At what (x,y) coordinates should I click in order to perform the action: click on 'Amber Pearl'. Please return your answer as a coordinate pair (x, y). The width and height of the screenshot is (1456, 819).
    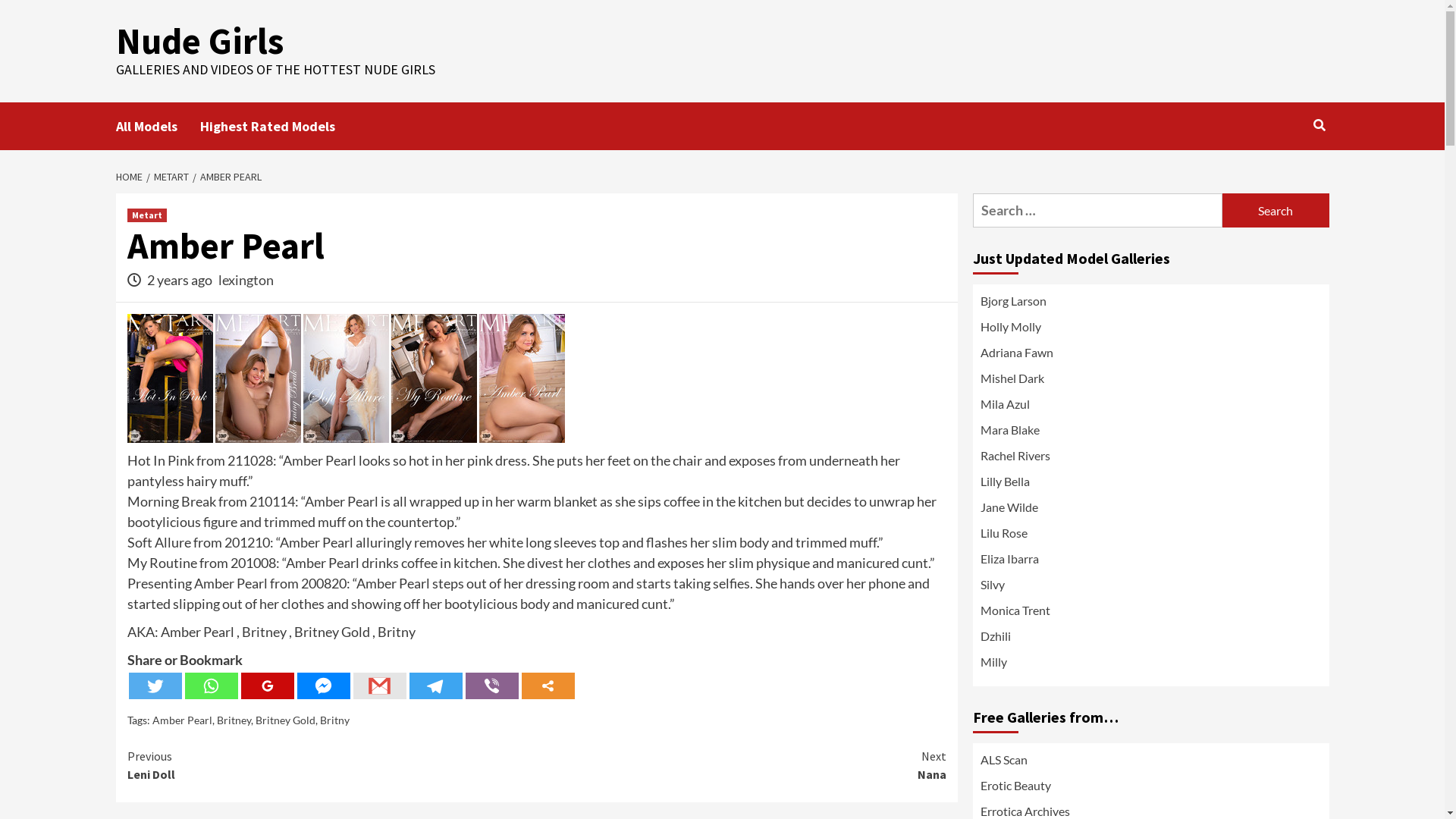
    Looking at the image, I should click on (181, 719).